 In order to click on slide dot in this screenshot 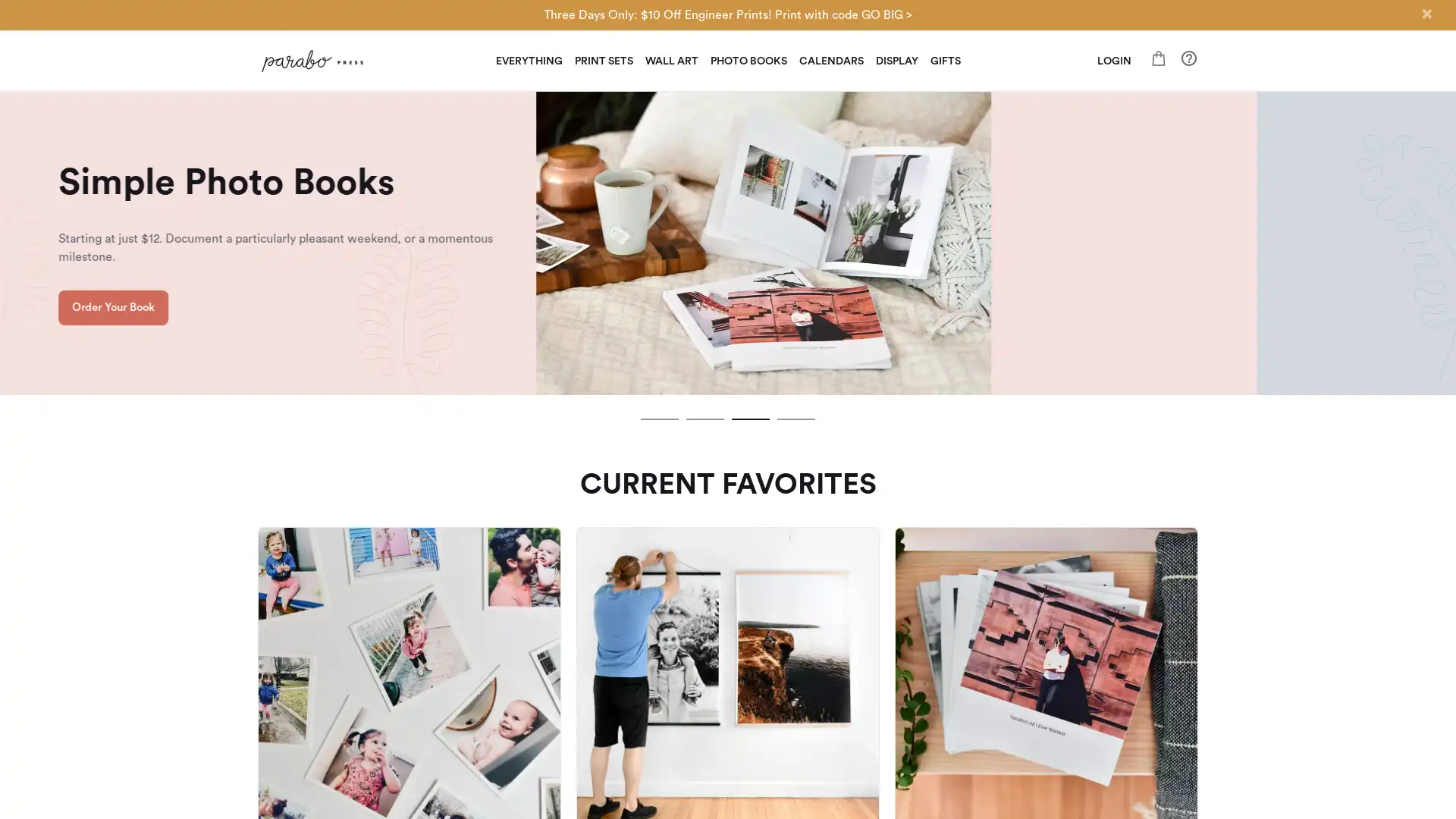, I will do `click(795, 419)`.